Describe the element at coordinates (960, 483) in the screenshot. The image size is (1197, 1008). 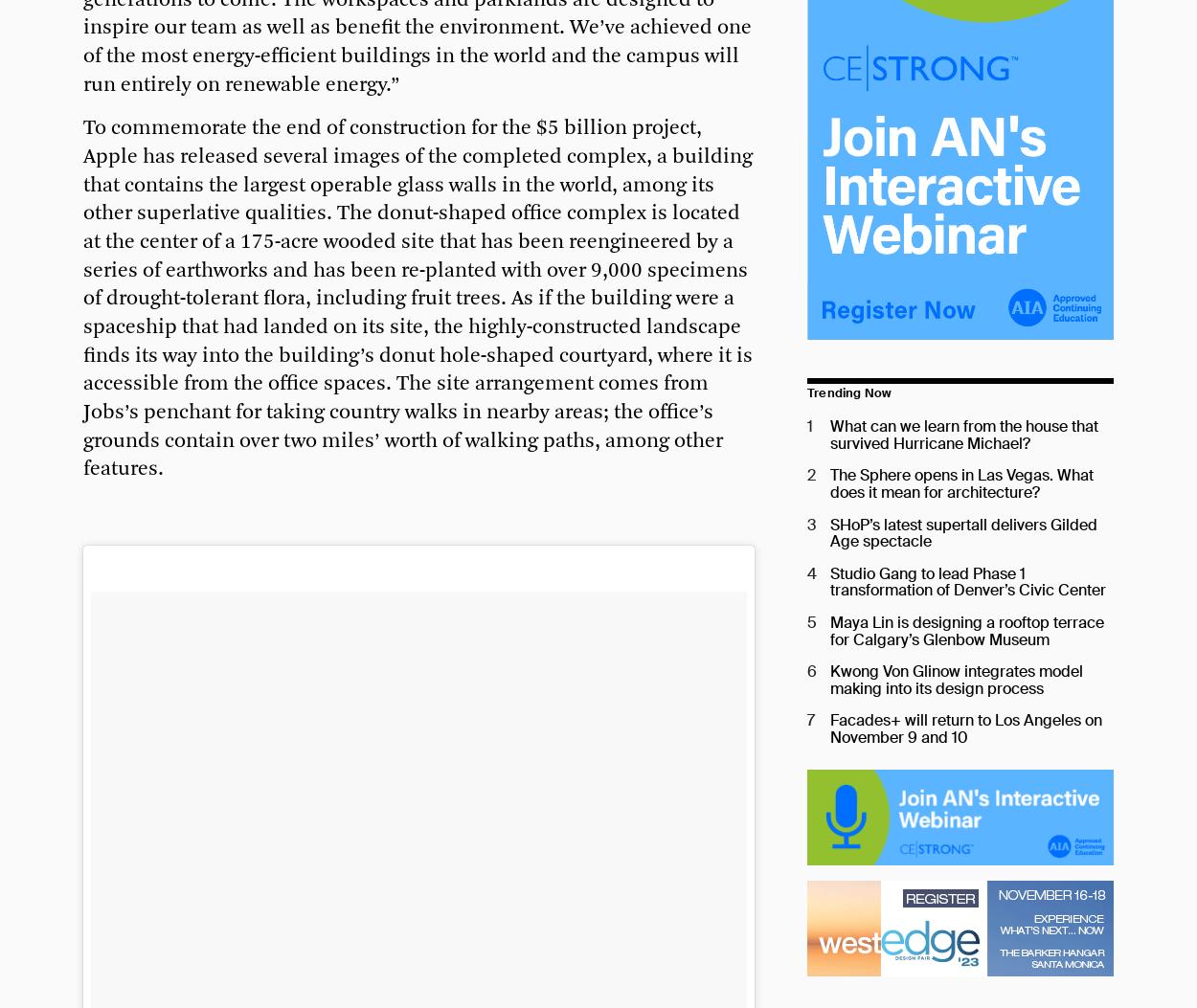
I see `'The Sphere opens in Las Vegas. What does it mean for architecture?'` at that location.